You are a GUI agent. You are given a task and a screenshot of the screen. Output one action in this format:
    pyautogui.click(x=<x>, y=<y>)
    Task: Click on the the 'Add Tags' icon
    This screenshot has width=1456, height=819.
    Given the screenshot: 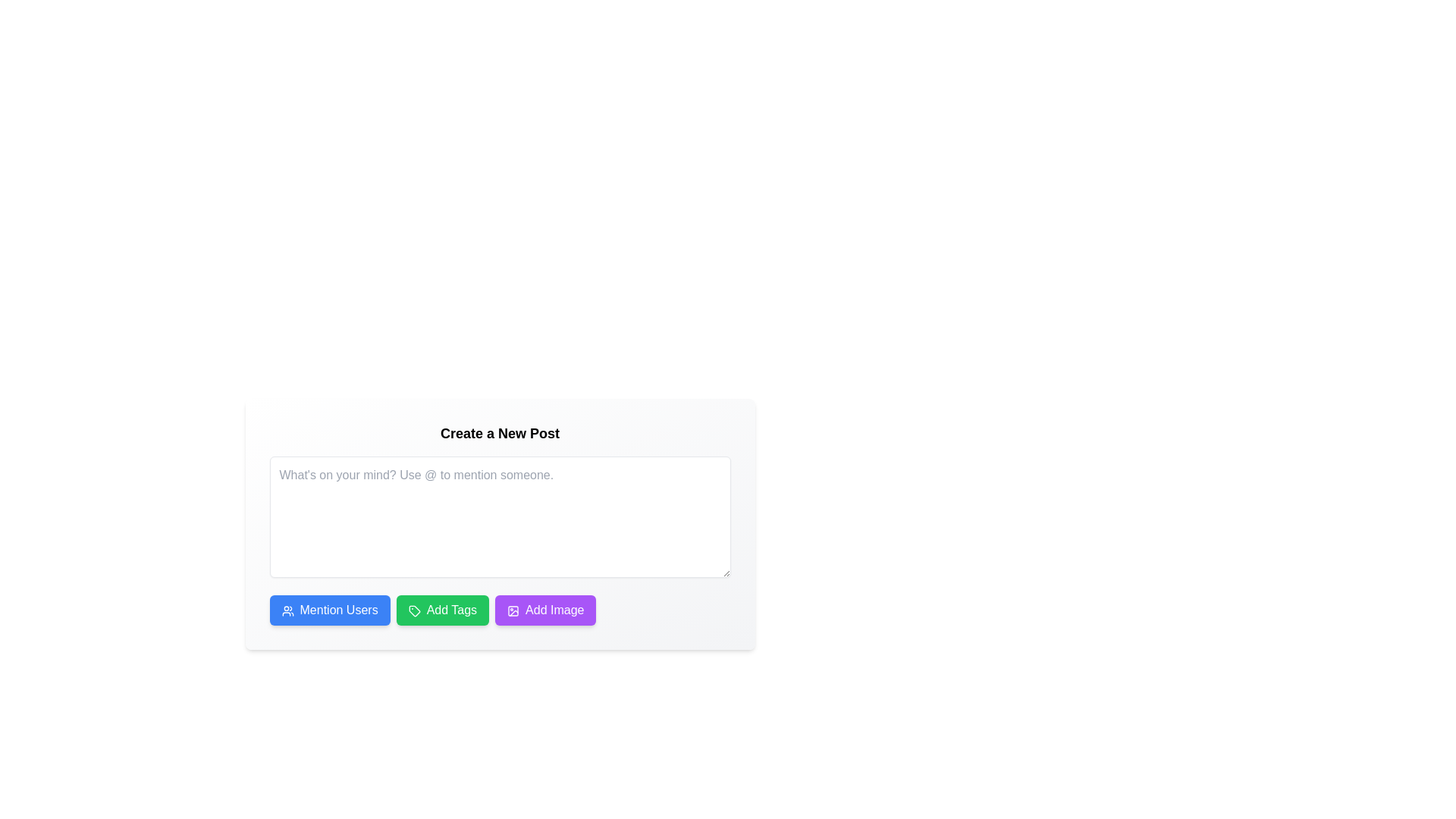 What is the action you would take?
    pyautogui.click(x=414, y=610)
    